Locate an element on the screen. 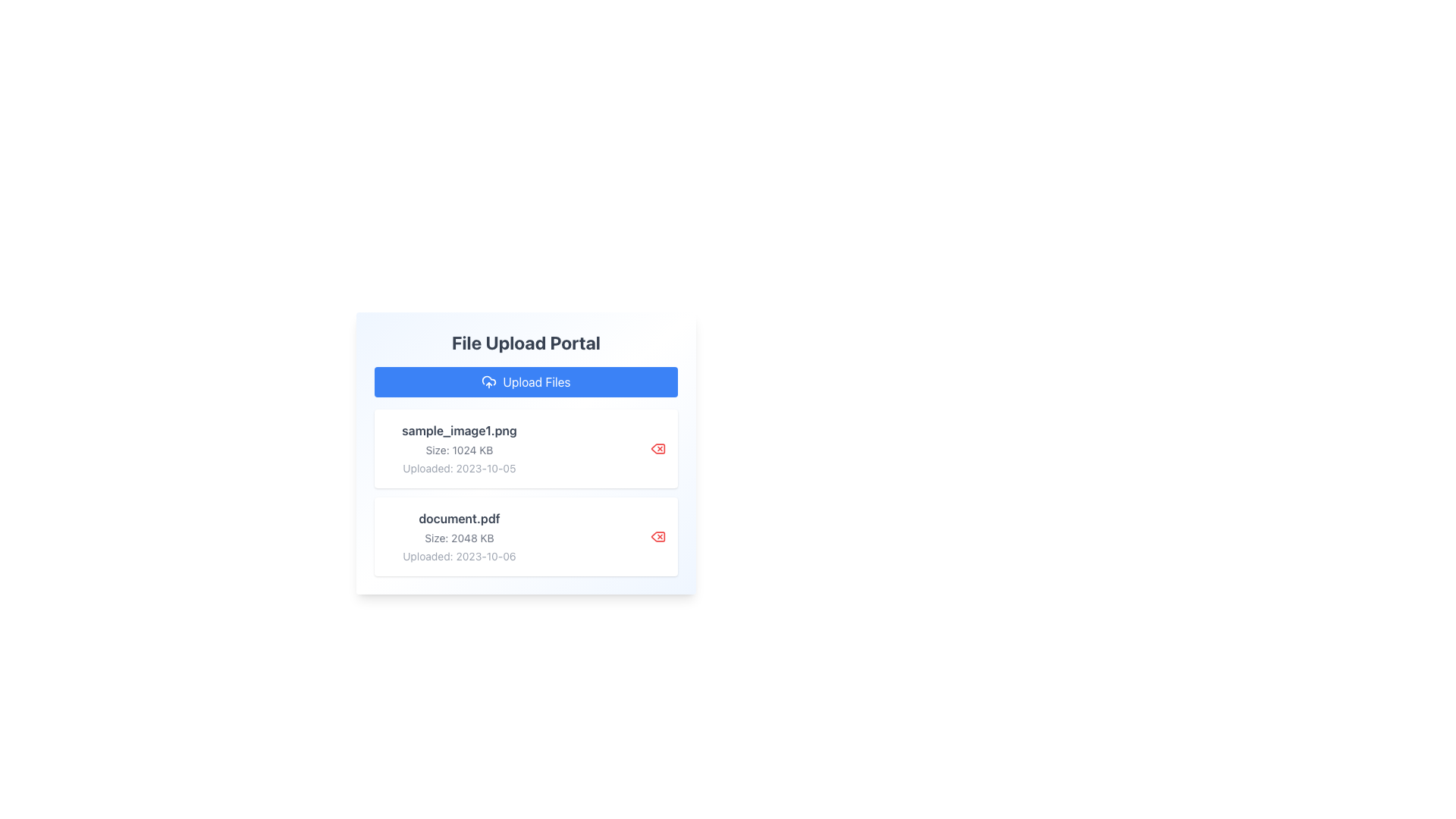  the 'delete' icon located at the far-right side of the embedded row for the file named 'document.pdf' is located at coordinates (658, 536).